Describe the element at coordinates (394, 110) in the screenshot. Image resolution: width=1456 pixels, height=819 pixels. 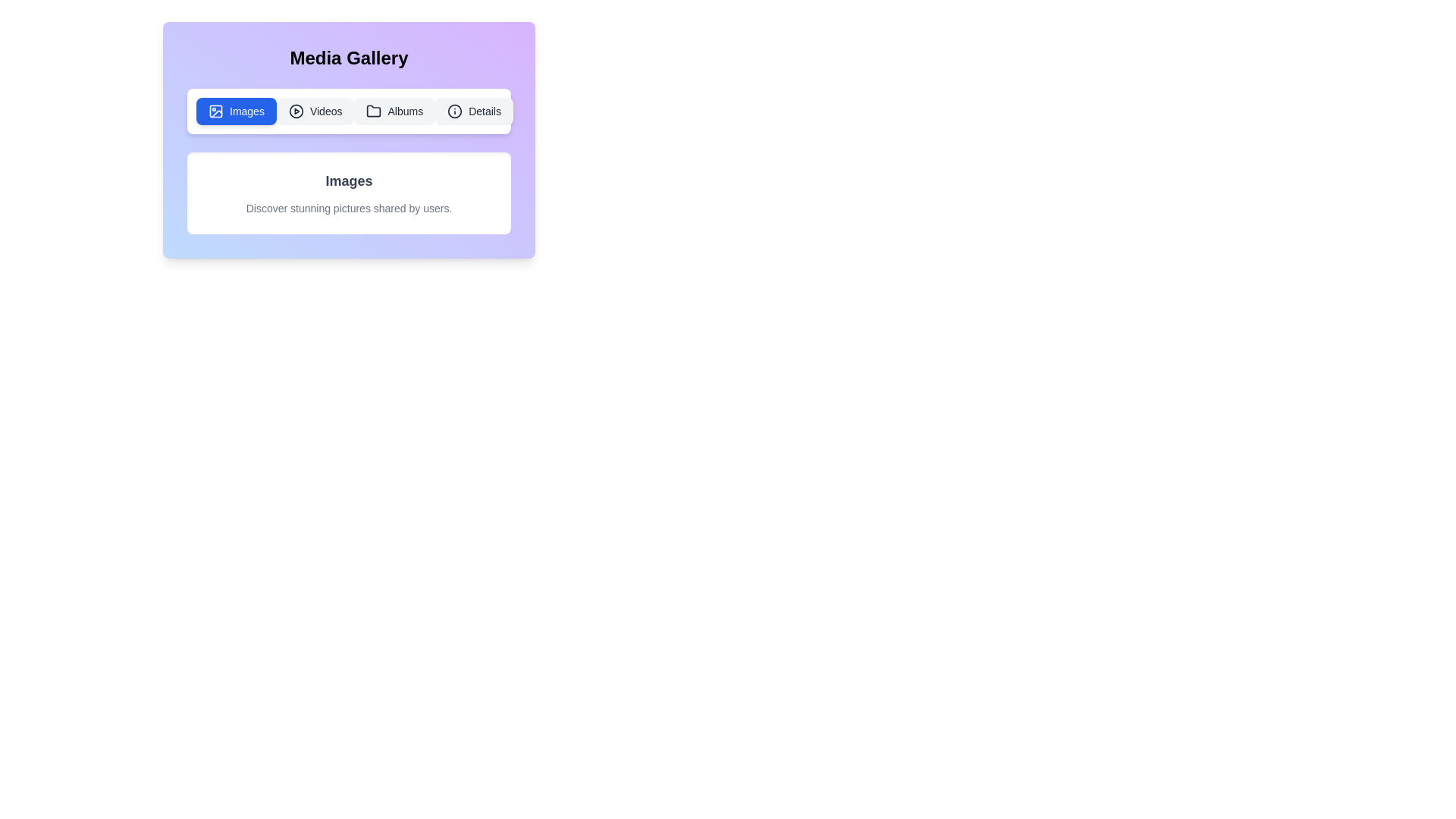
I see `the Albums tab by clicking on its respective button` at that location.